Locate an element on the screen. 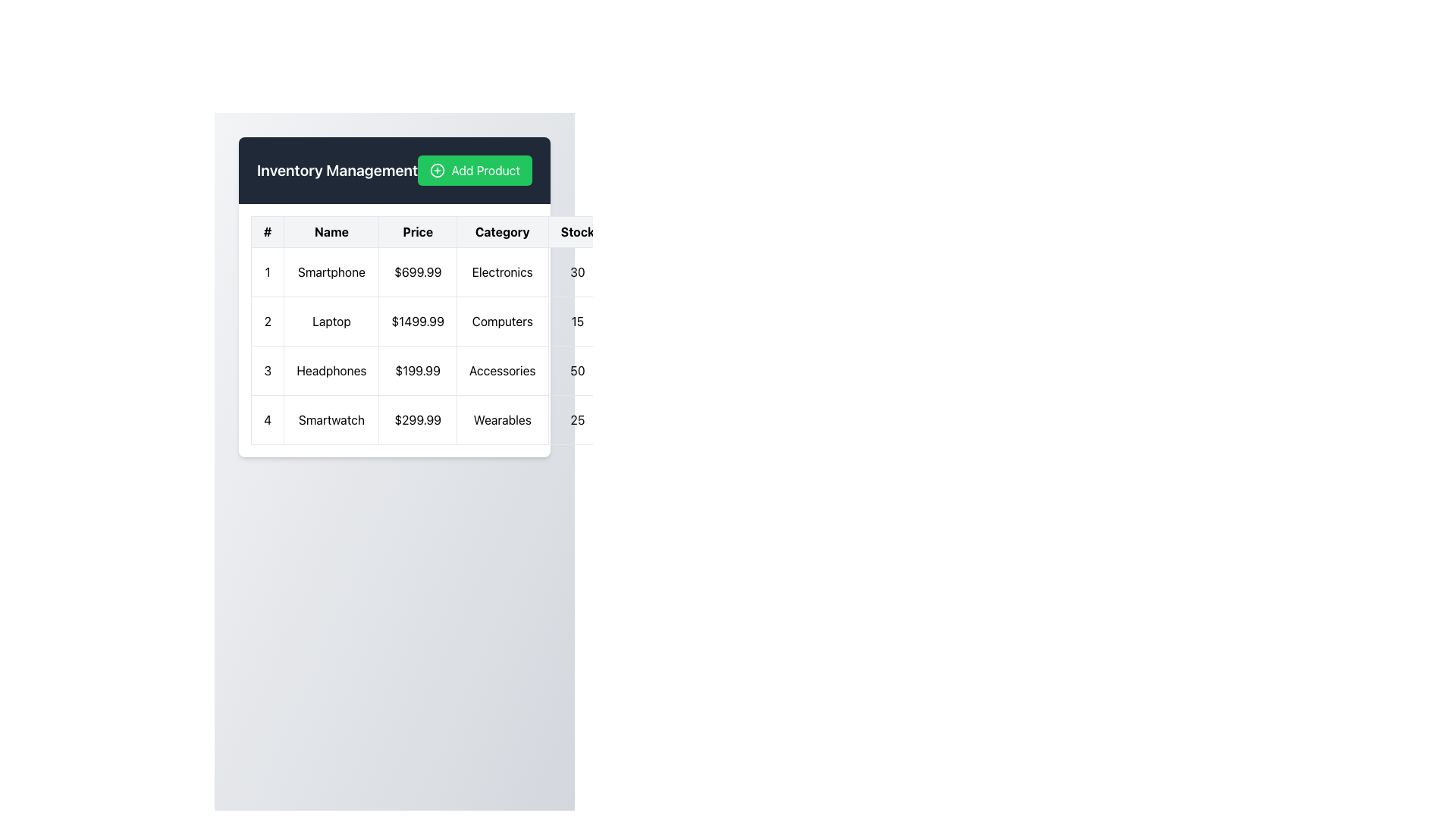 The width and height of the screenshot is (1456, 819). the circular icon representing the action of adding a product, located to the left of the 'Add Product' text in the top-right corner of the header bar is located at coordinates (437, 170).